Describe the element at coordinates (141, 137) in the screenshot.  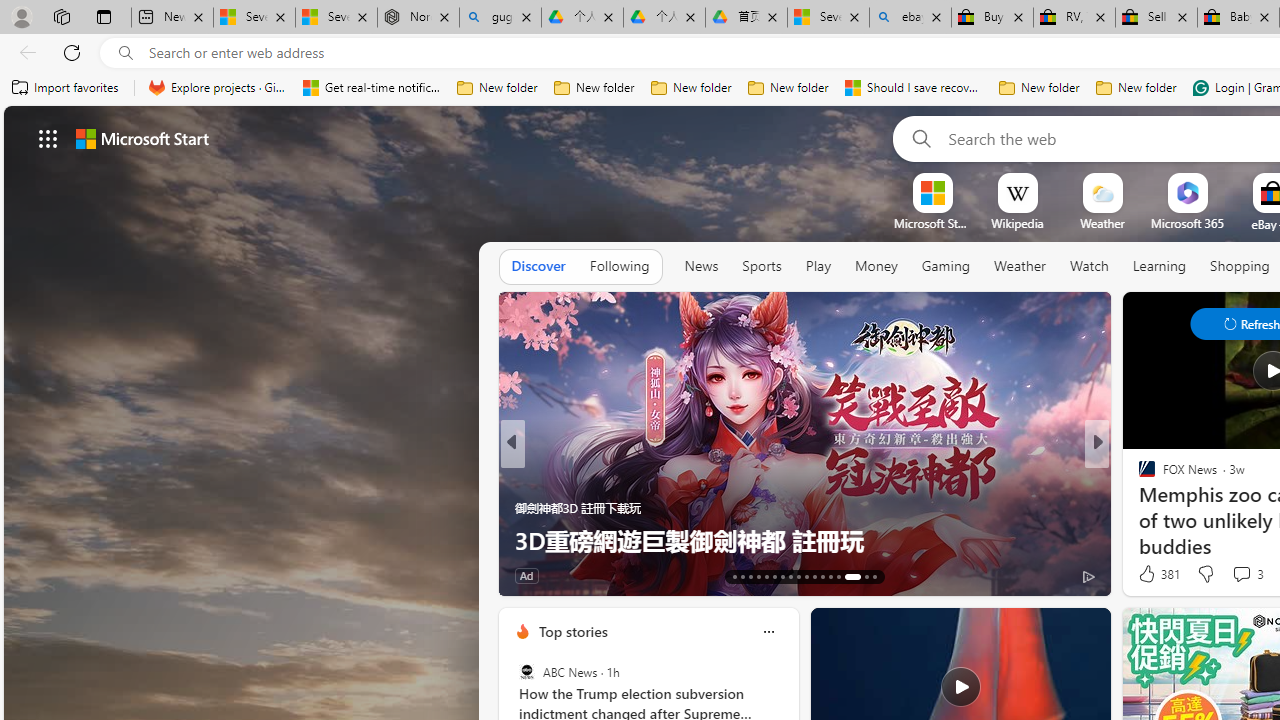
I see `'Microsoft start'` at that location.